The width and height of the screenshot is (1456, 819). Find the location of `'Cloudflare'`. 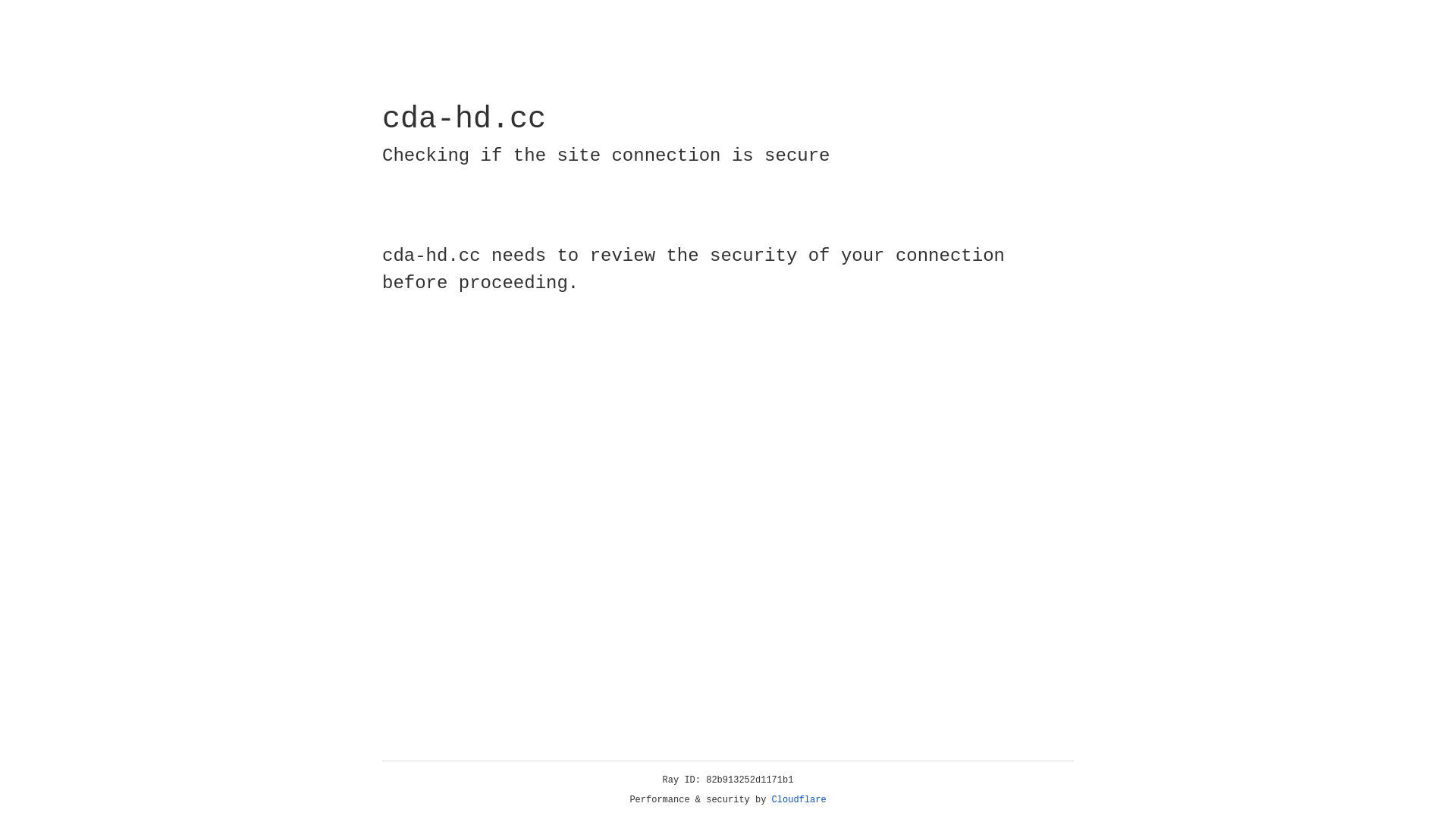

'Cloudflare' is located at coordinates (771, 799).